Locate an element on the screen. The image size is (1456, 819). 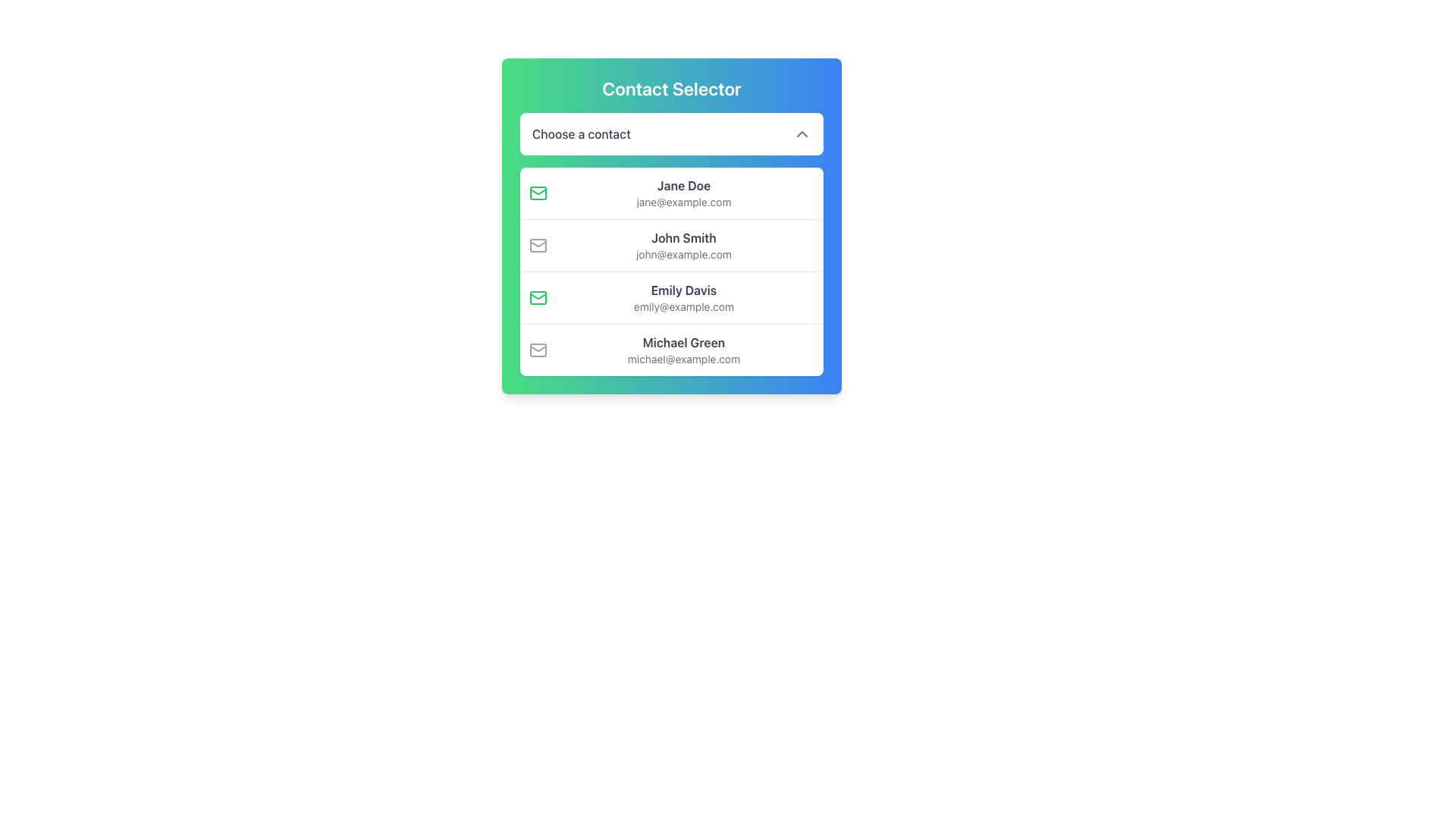
text label displaying 'Michael Green' located in the fourth selectable card of the 'Contact Selector' interface is located at coordinates (683, 342).